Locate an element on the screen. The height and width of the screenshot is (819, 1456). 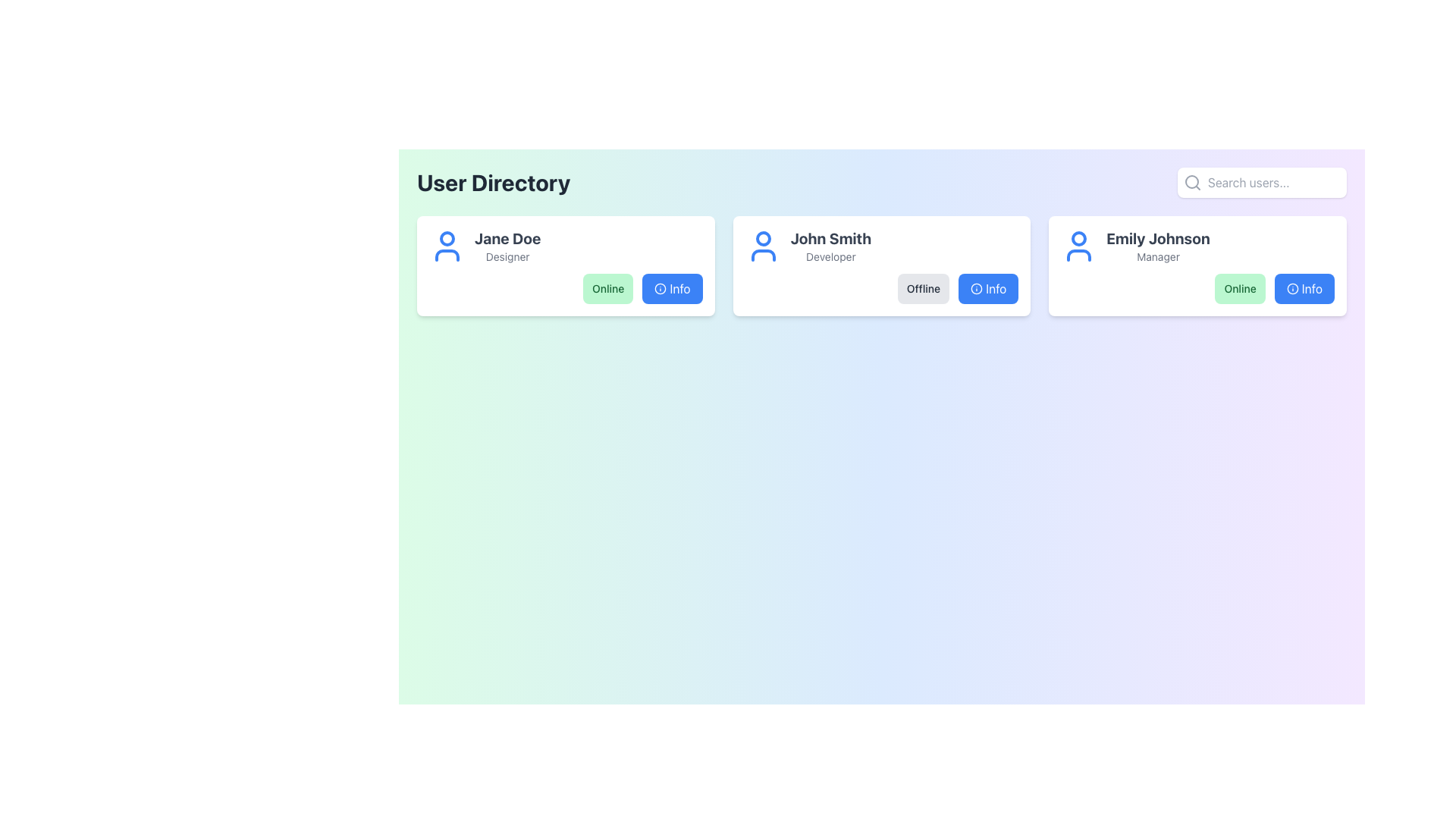
text label displaying 'Designer' located beneath 'Jane Doe' in the user information card at the top-left corner of the interface is located at coordinates (507, 256).